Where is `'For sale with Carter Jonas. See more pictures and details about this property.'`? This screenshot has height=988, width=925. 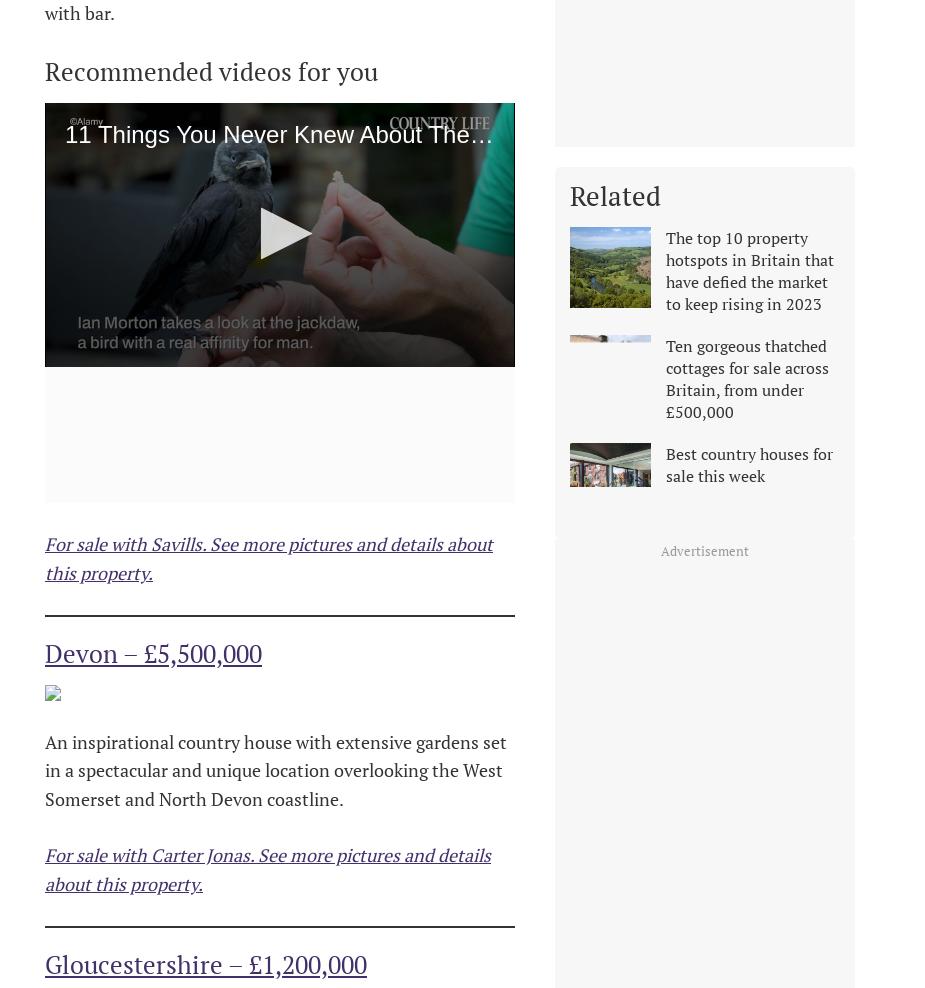 'For sale with Carter Jonas. See more pictures and details about this property.' is located at coordinates (266, 867).